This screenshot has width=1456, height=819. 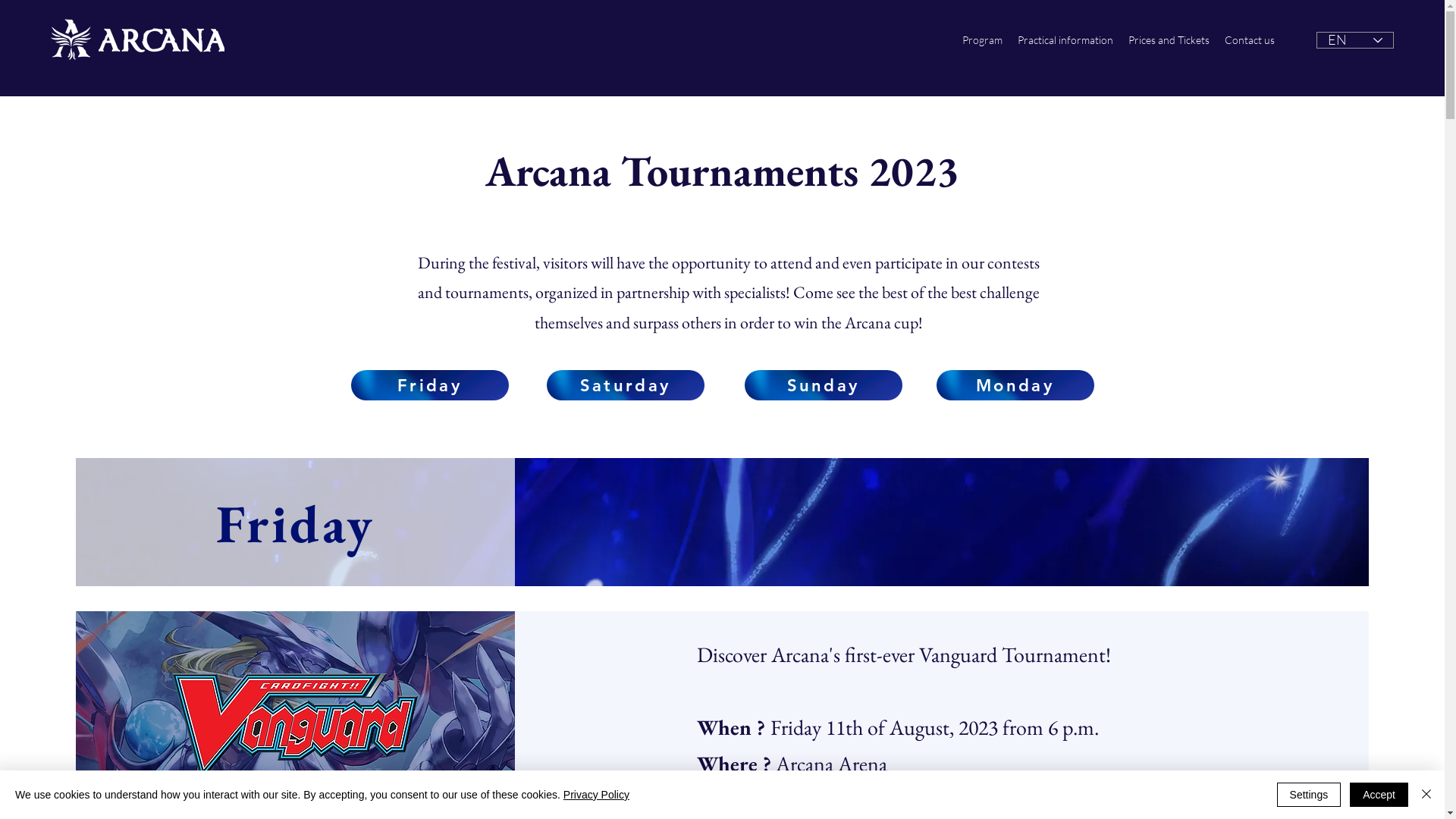 I want to click on 'Program', so click(x=982, y=39).